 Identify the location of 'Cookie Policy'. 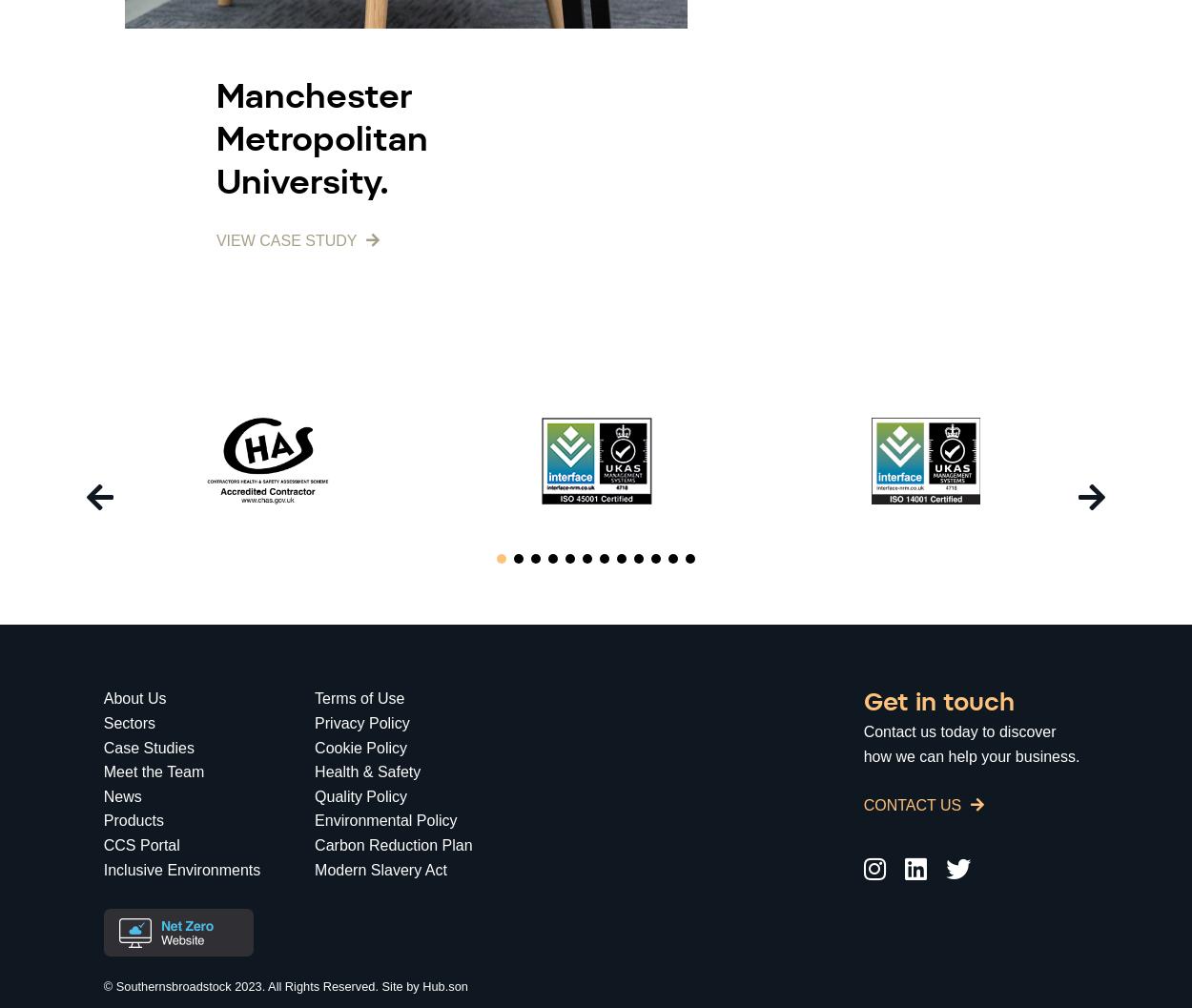
(360, 747).